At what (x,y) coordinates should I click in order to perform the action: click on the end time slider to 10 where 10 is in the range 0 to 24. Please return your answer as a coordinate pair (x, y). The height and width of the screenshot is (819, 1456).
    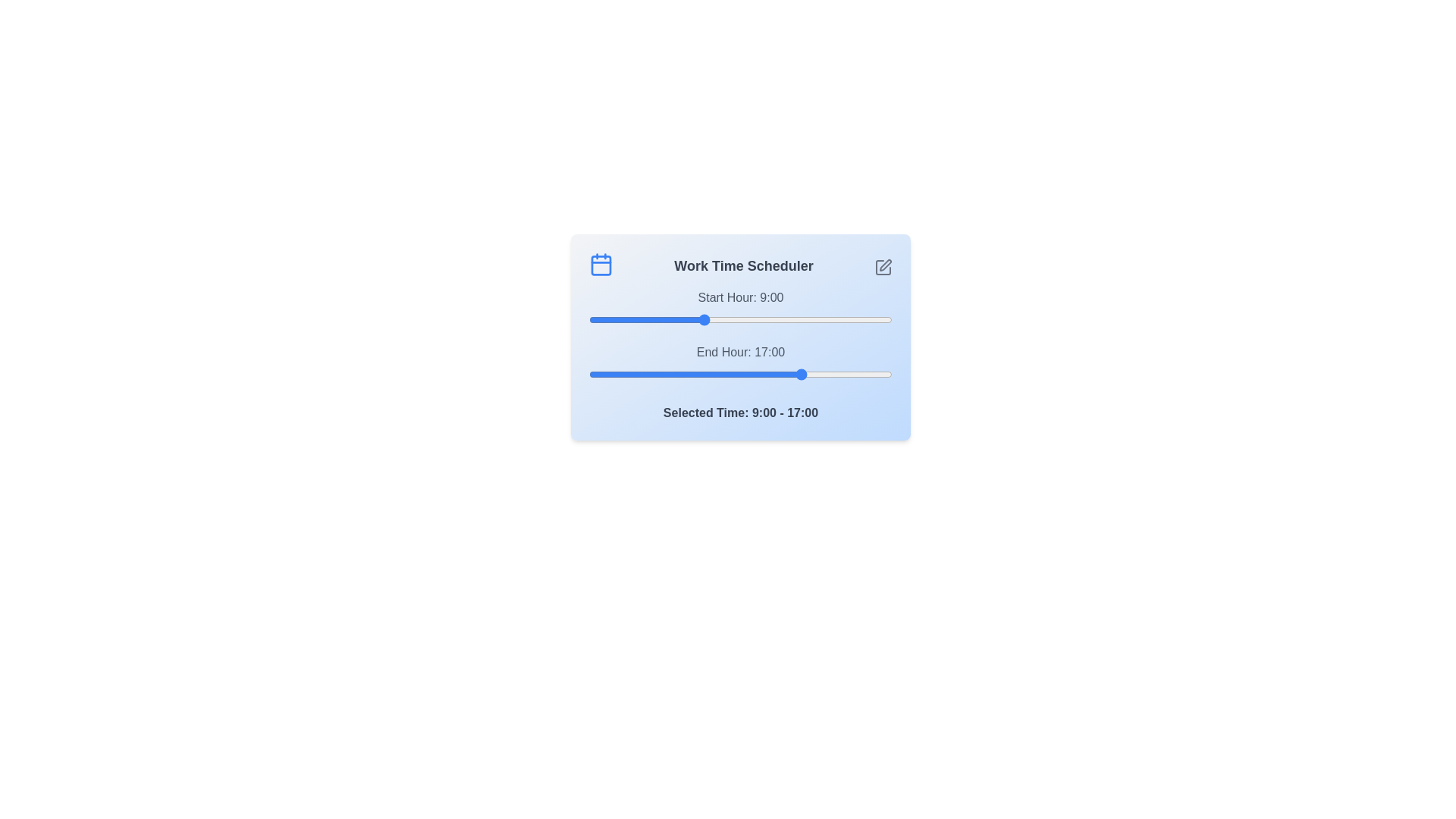
    Looking at the image, I should click on (714, 374).